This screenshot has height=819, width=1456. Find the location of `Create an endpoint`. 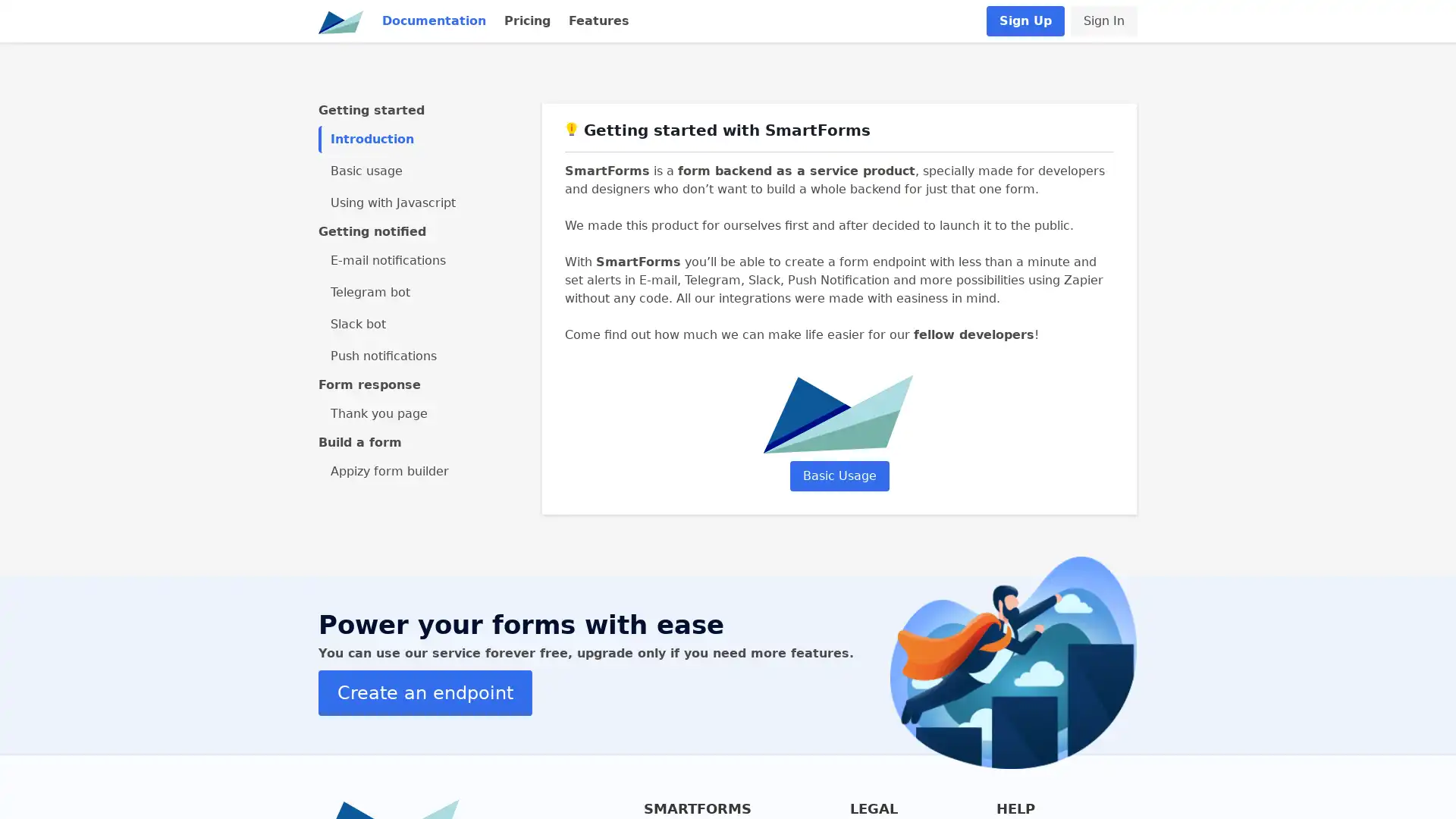

Create an endpoint is located at coordinates (425, 692).